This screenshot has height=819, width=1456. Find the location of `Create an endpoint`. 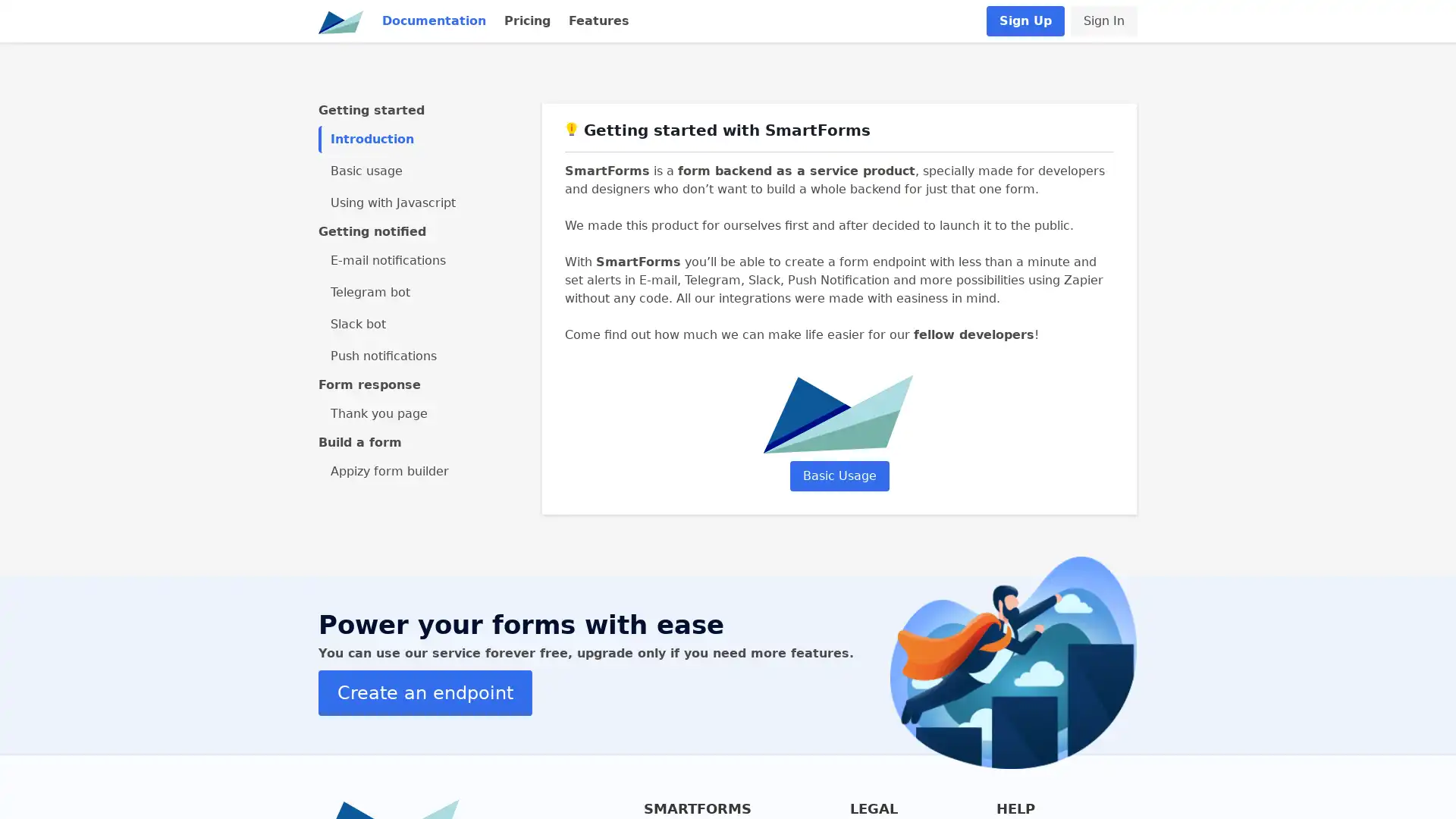

Create an endpoint is located at coordinates (425, 692).